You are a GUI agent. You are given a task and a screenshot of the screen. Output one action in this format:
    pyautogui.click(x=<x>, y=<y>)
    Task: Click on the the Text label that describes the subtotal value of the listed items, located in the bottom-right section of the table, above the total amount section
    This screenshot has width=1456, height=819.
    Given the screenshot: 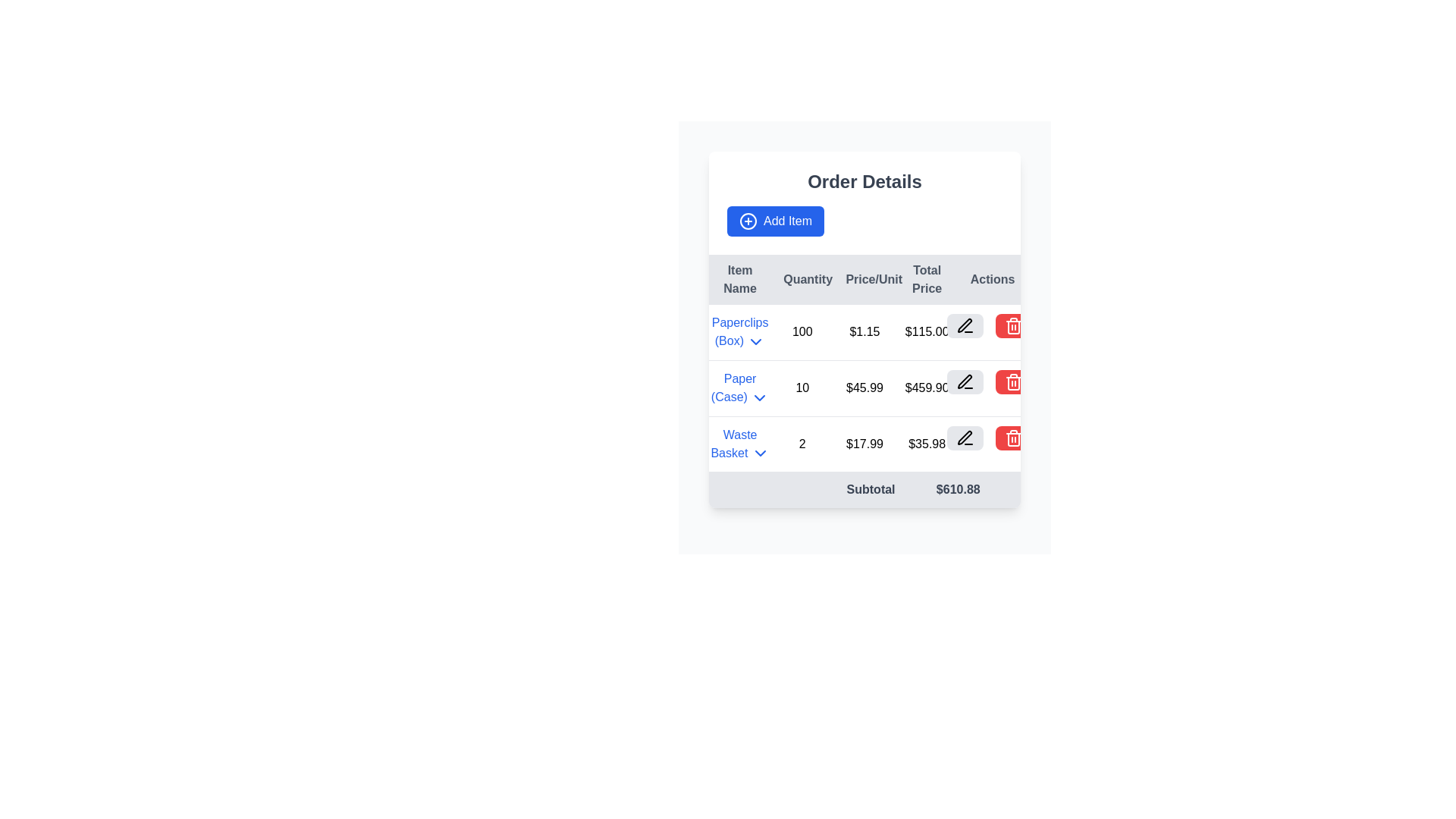 What is the action you would take?
    pyautogui.click(x=802, y=490)
    